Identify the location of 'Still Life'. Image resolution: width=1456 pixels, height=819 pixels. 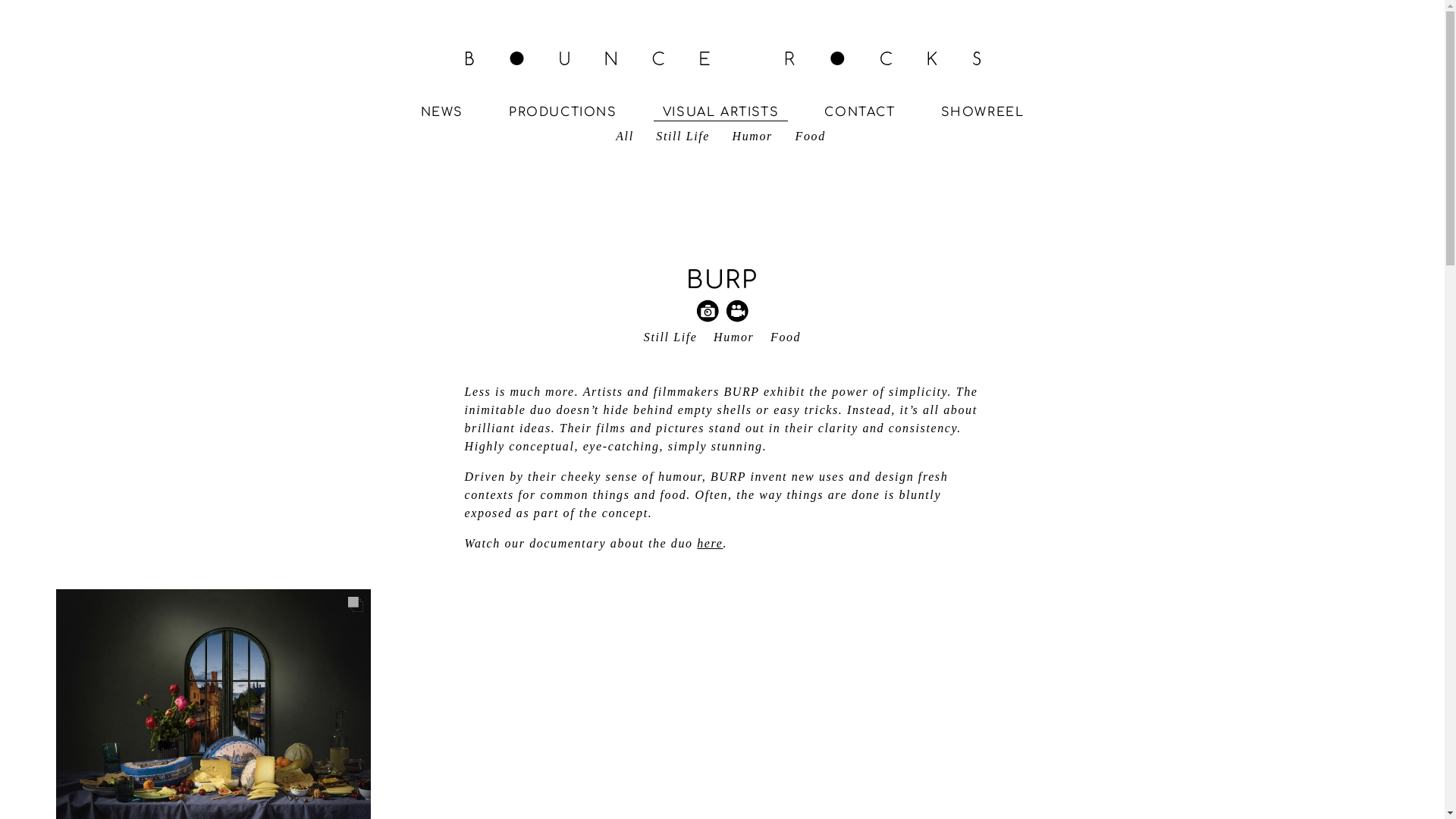
(670, 336).